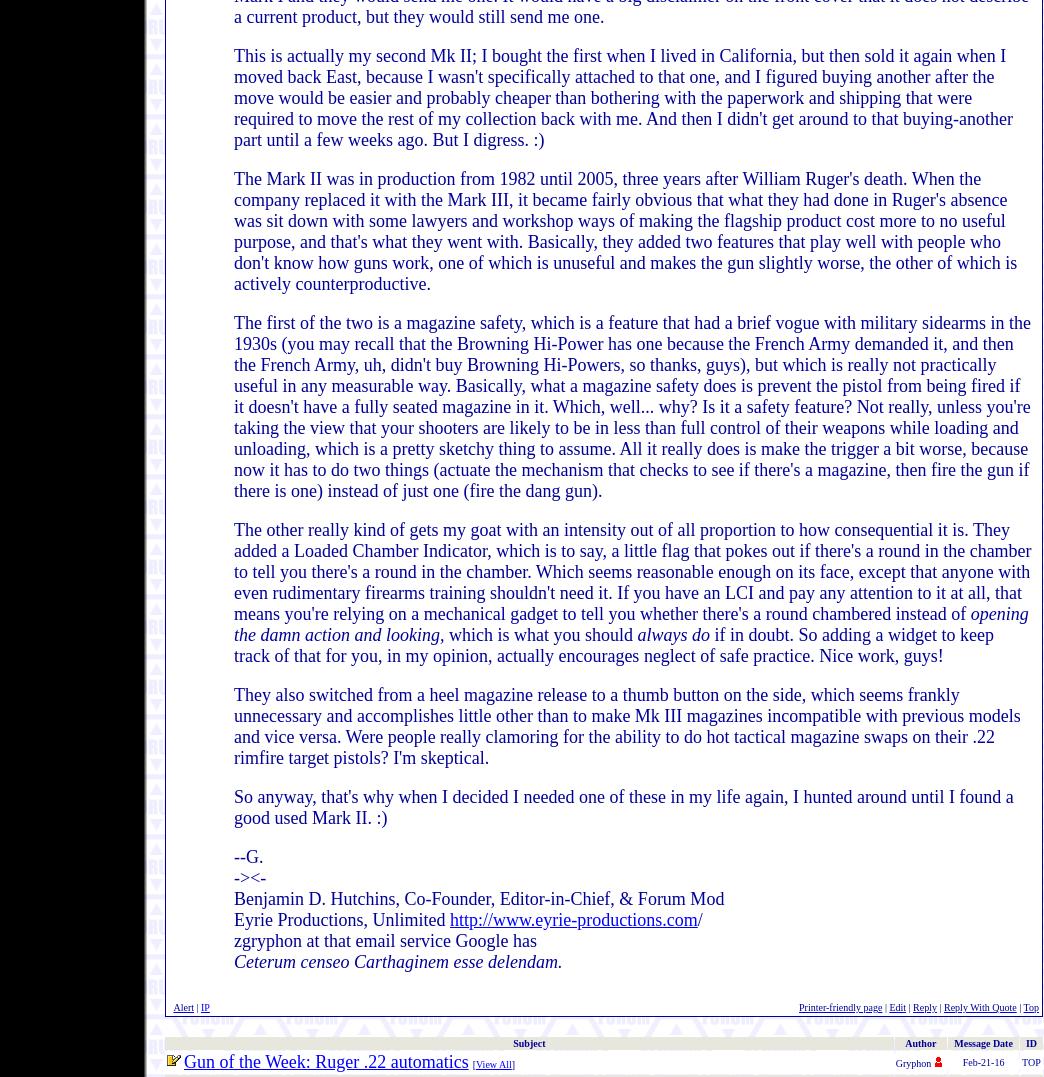 Image resolution: width=1044 pixels, height=1077 pixels. Describe the element at coordinates (508, 1043) in the screenshot. I see `'Subject'` at that location.